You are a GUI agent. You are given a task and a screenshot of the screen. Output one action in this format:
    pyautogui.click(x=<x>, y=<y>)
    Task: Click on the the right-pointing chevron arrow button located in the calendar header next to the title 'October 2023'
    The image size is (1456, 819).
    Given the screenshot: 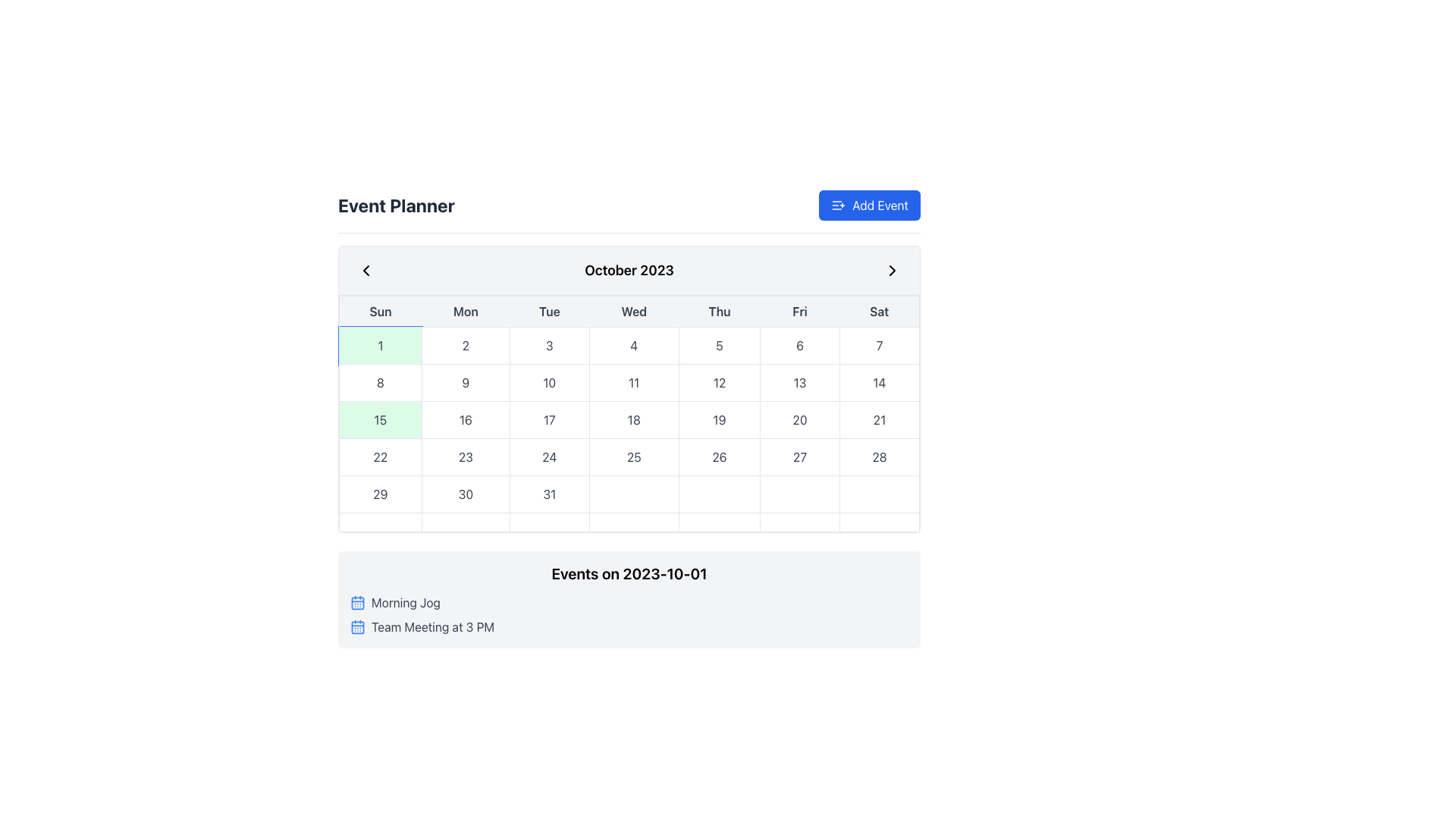 What is the action you would take?
    pyautogui.click(x=892, y=270)
    